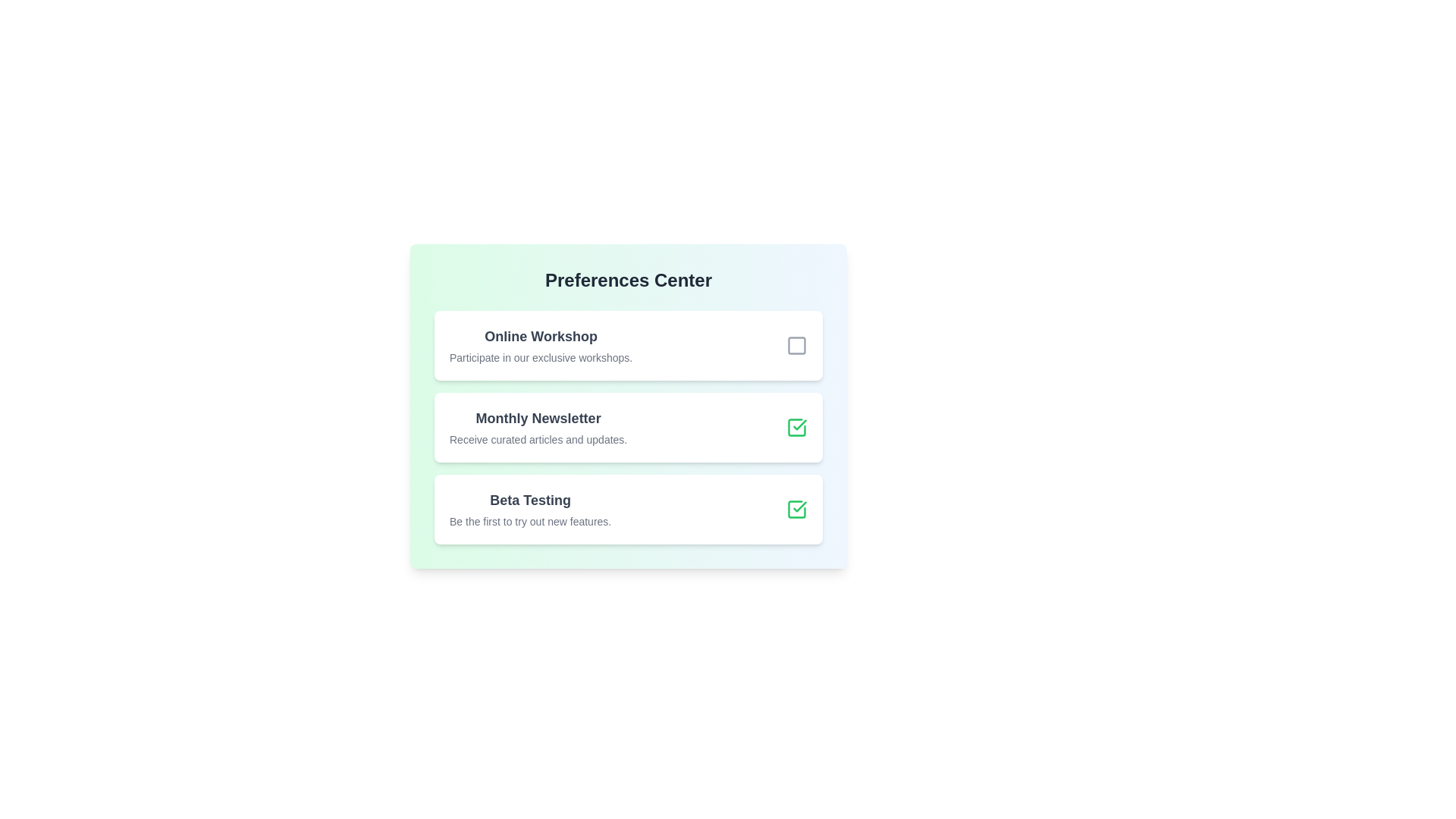 This screenshot has height=819, width=1456. I want to click on the descriptive static text element located below the 'Online Workshop' header, which provides additional details about the topic, so click(541, 357).